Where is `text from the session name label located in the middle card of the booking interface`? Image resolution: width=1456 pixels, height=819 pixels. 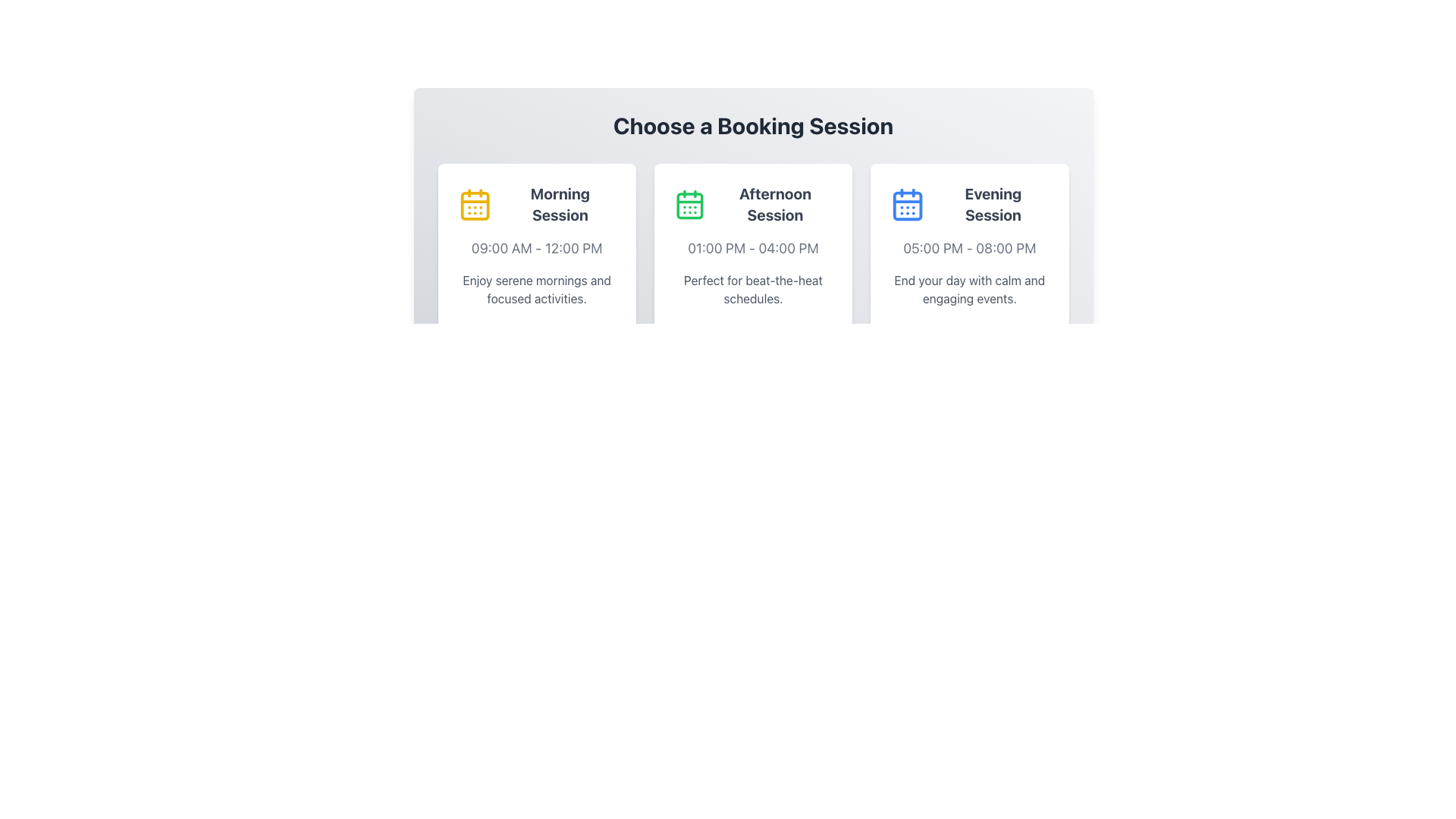
text from the session name label located in the middle card of the booking interface is located at coordinates (753, 205).